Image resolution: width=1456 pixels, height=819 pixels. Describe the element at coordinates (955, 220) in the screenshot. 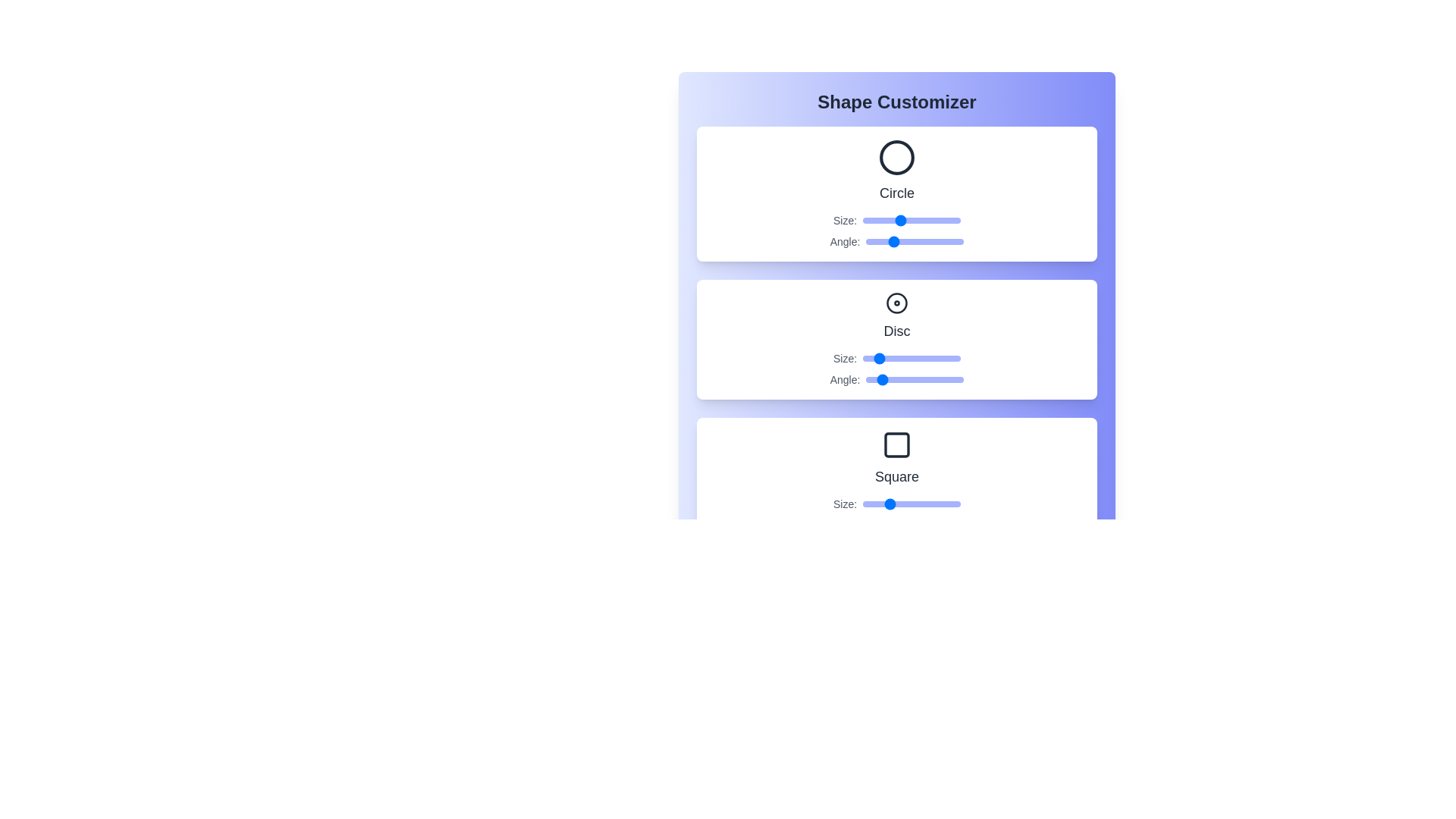

I see `the Circle size slider to 96` at that location.